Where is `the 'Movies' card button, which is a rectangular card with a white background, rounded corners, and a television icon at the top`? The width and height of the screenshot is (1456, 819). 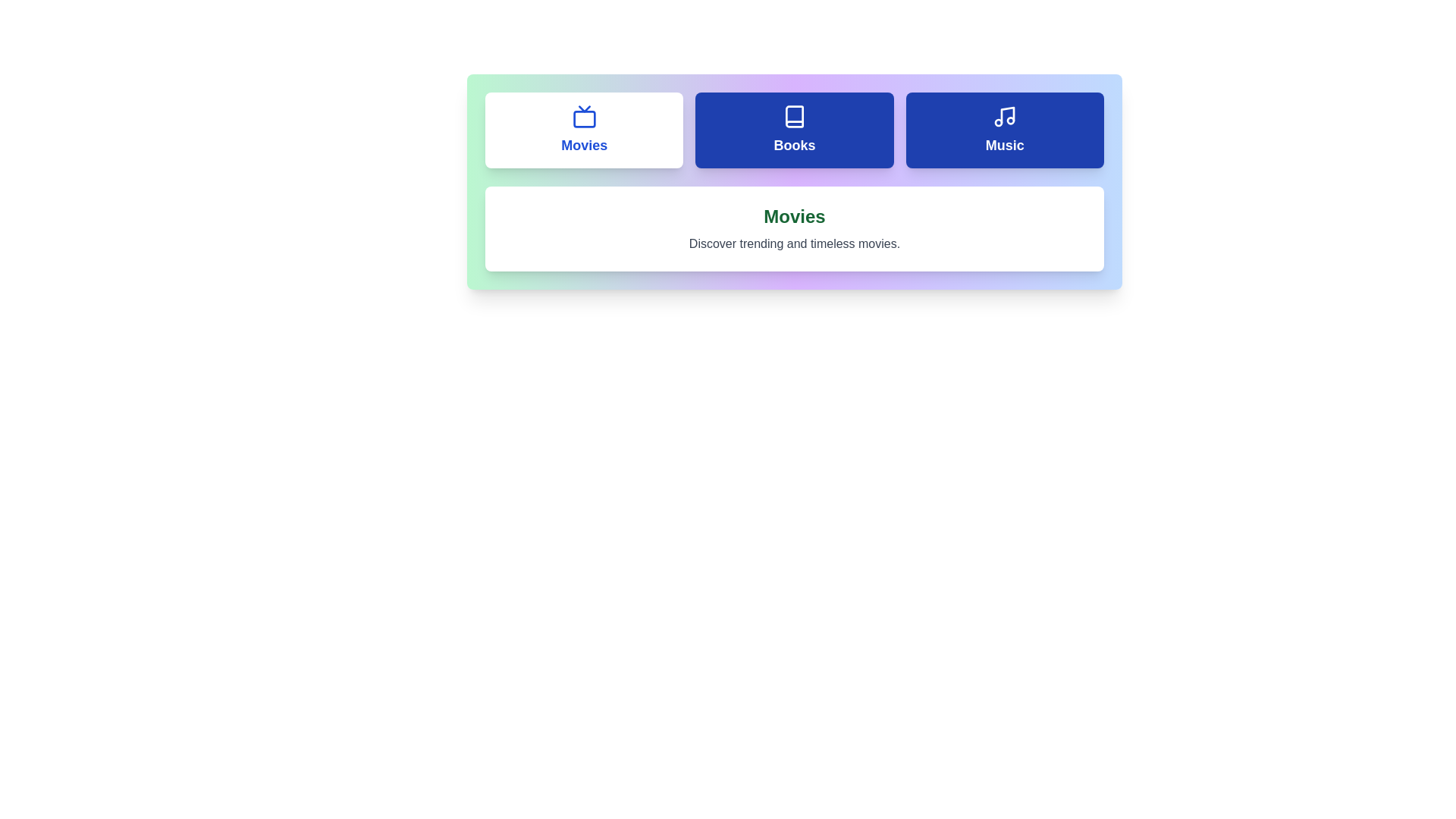
the 'Movies' card button, which is a rectangular card with a white background, rounded corners, and a television icon at the top is located at coordinates (583, 130).